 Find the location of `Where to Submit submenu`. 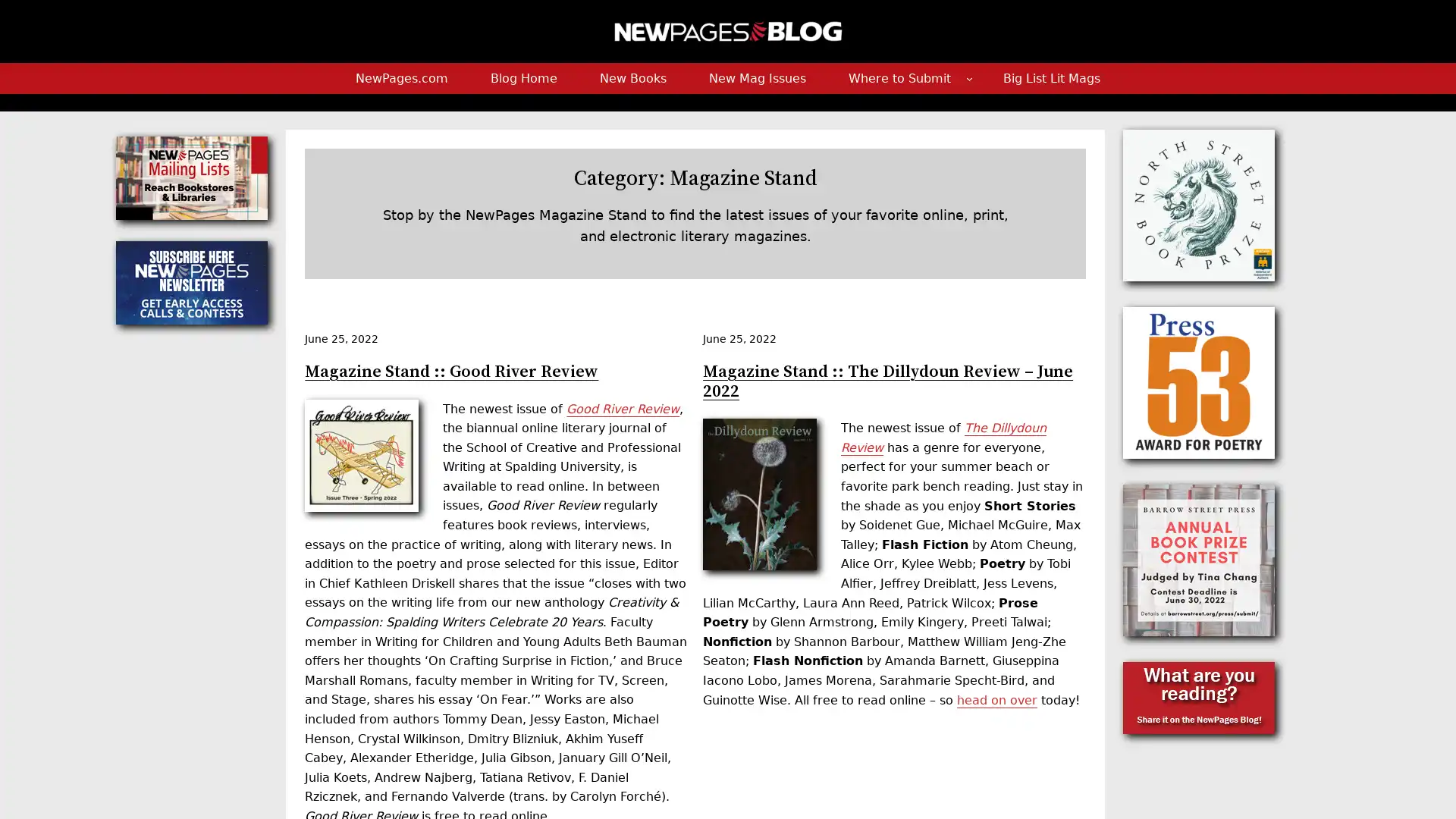

Where to Submit submenu is located at coordinates (968, 78).